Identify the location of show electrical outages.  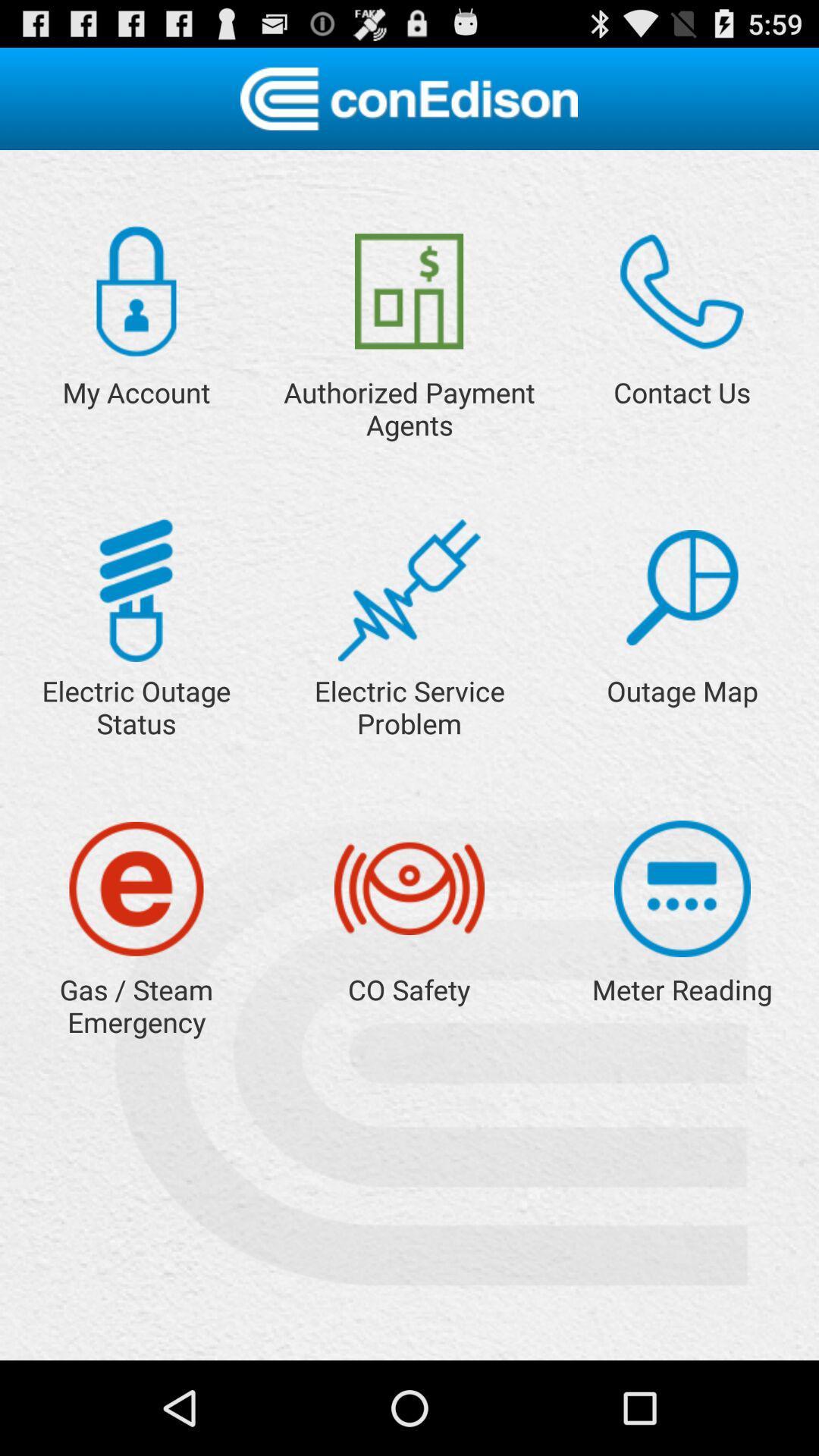
(135, 589).